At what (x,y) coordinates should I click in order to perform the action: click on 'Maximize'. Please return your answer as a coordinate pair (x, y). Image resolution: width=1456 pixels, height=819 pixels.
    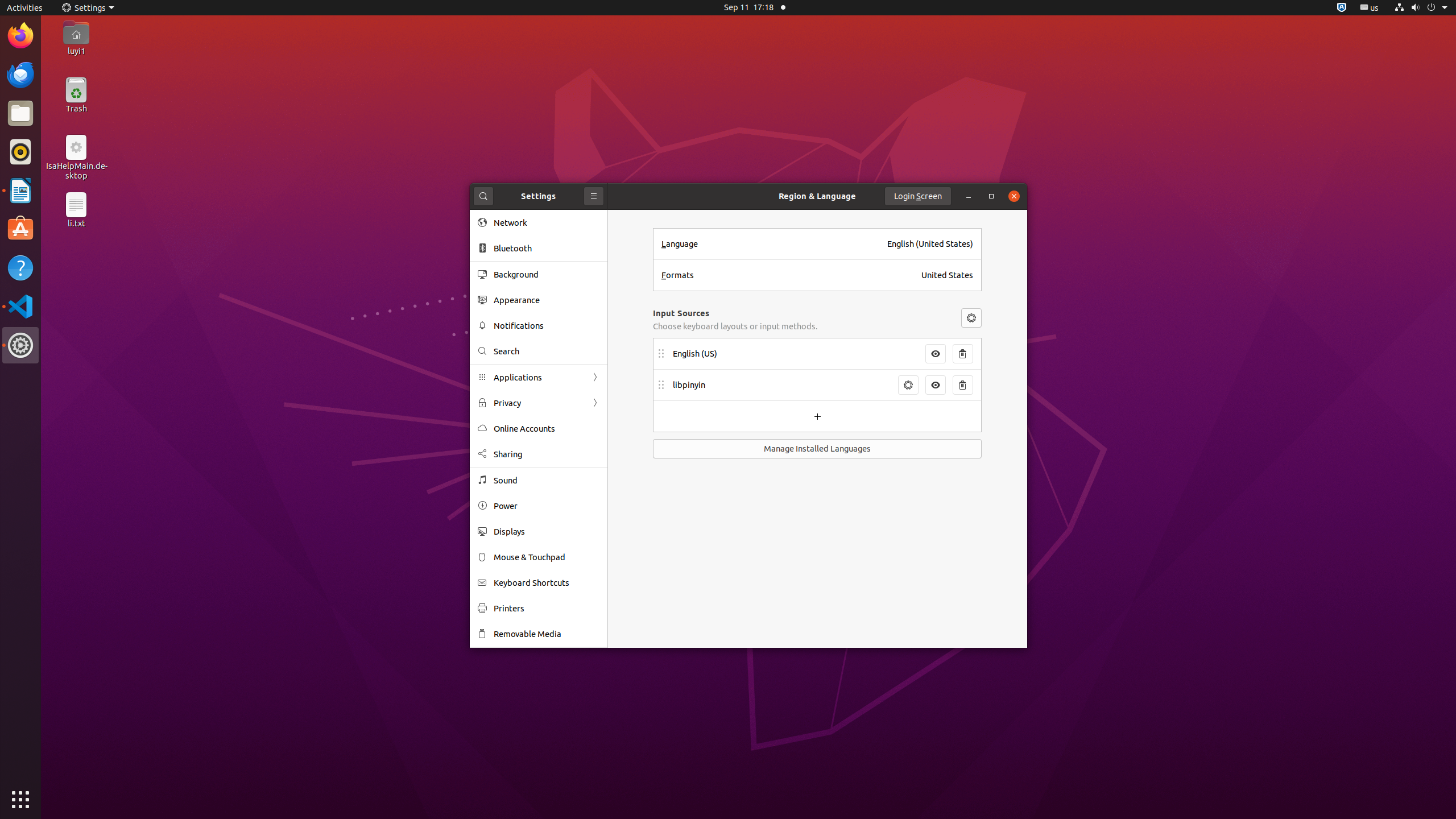
    Looking at the image, I should click on (991, 196).